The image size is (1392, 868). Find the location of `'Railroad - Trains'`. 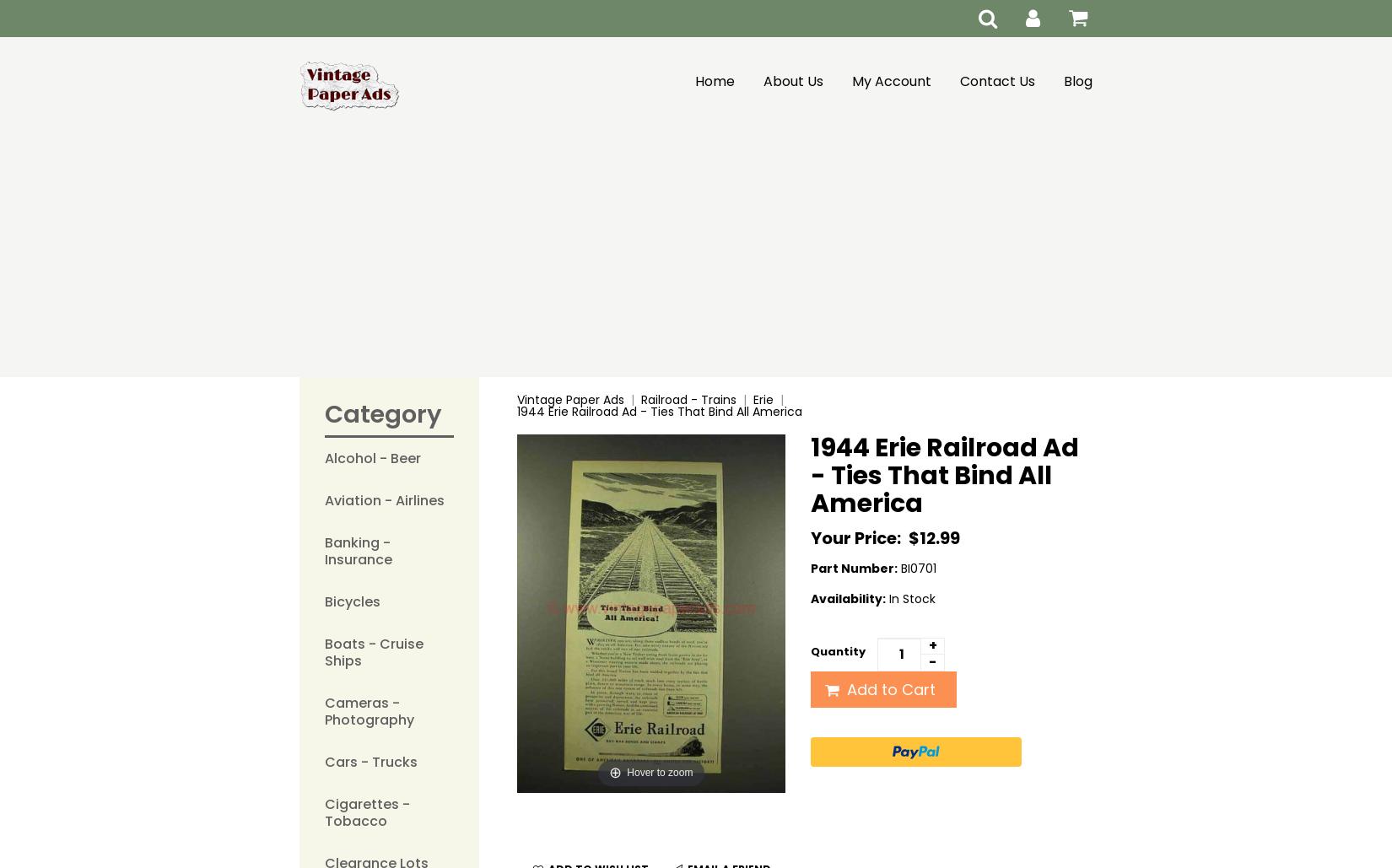

'Railroad - Trains' is located at coordinates (687, 399).